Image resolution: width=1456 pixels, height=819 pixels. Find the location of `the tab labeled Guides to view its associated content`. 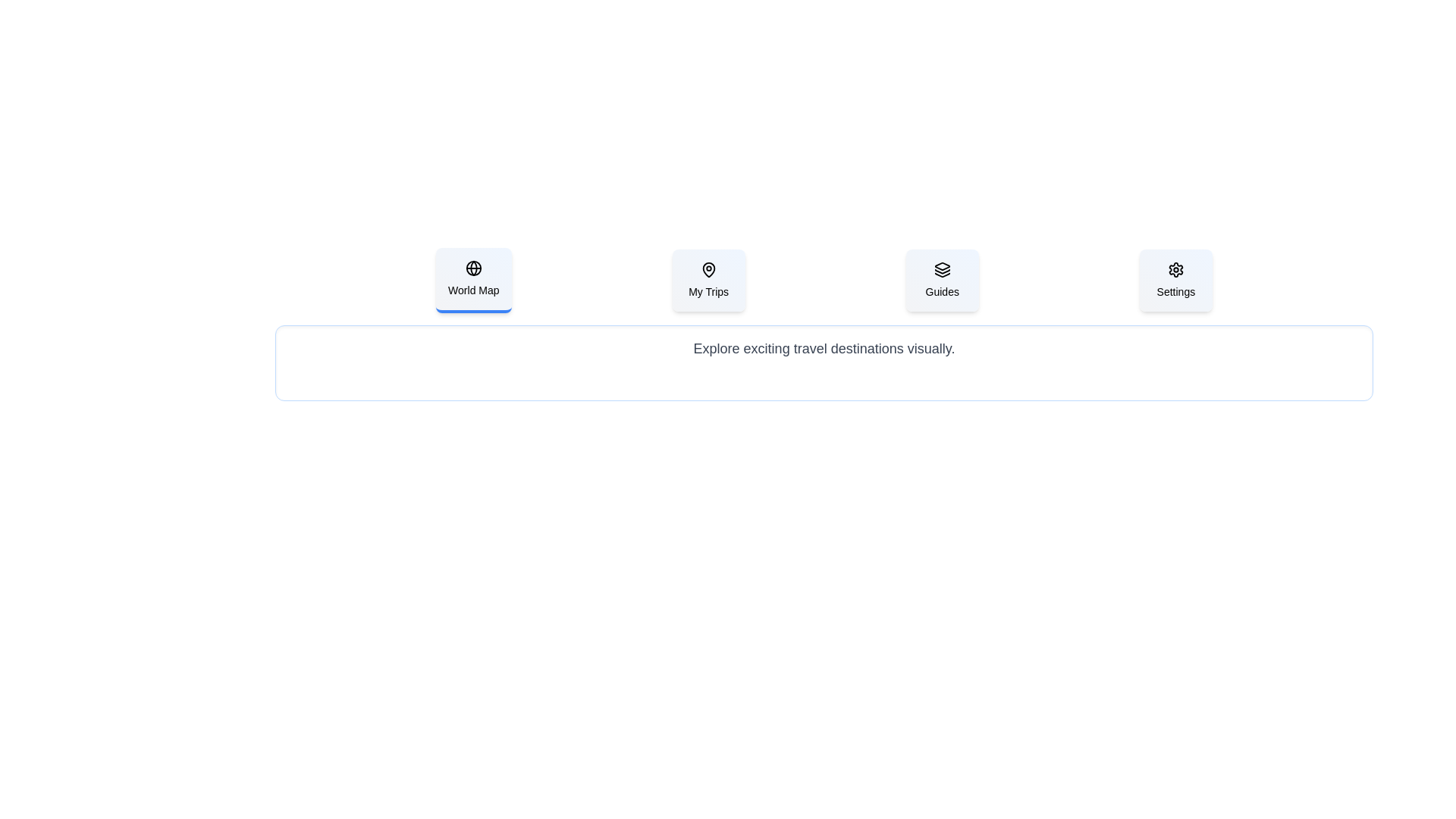

the tab labeled Guides to view its associated content is located at coordinates (941, 281).